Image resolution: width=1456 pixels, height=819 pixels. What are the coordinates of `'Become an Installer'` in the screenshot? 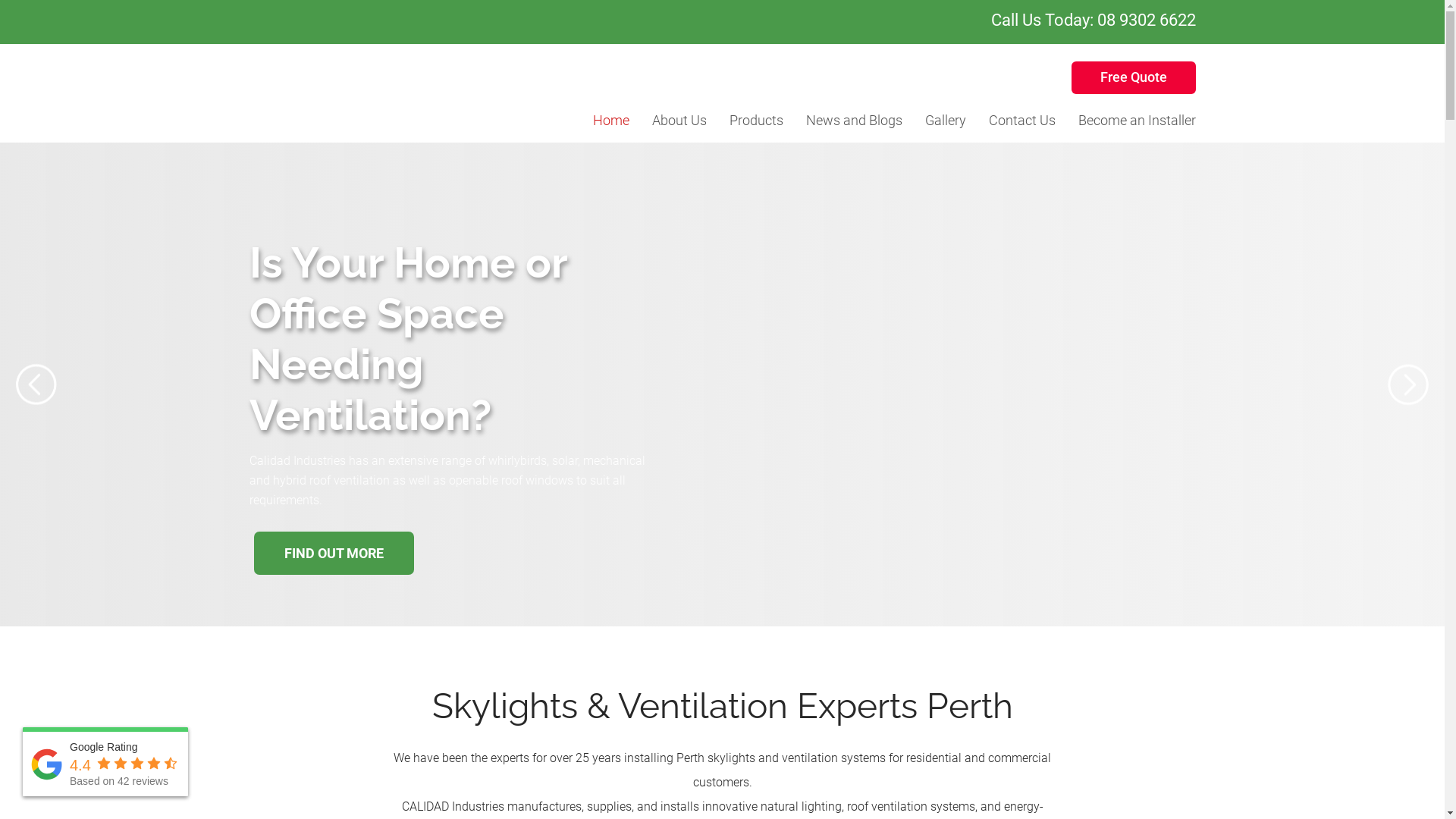 It's located at (1137, 119).